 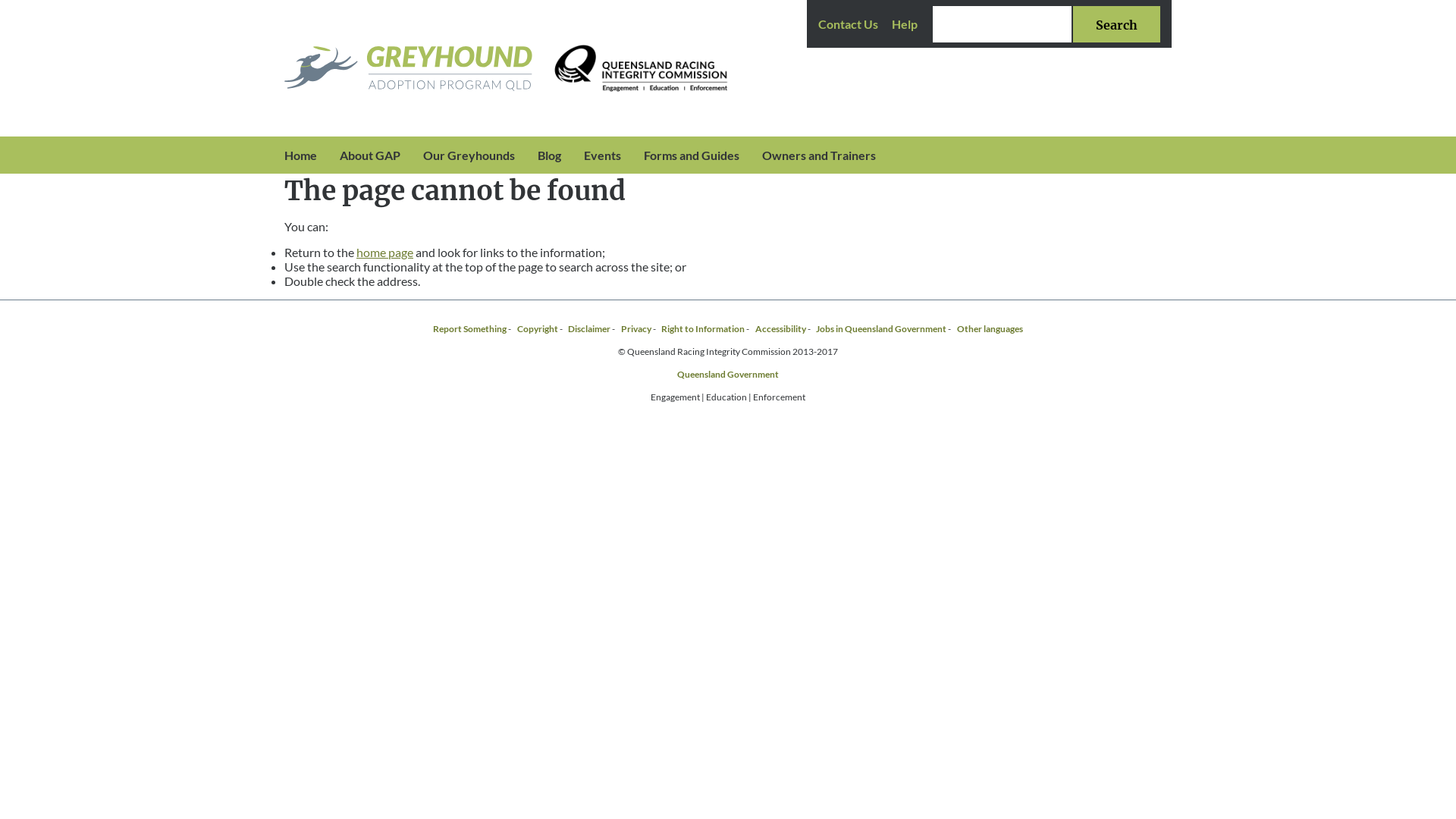 I want to click on 'Blog', so click(x=548, y=155).